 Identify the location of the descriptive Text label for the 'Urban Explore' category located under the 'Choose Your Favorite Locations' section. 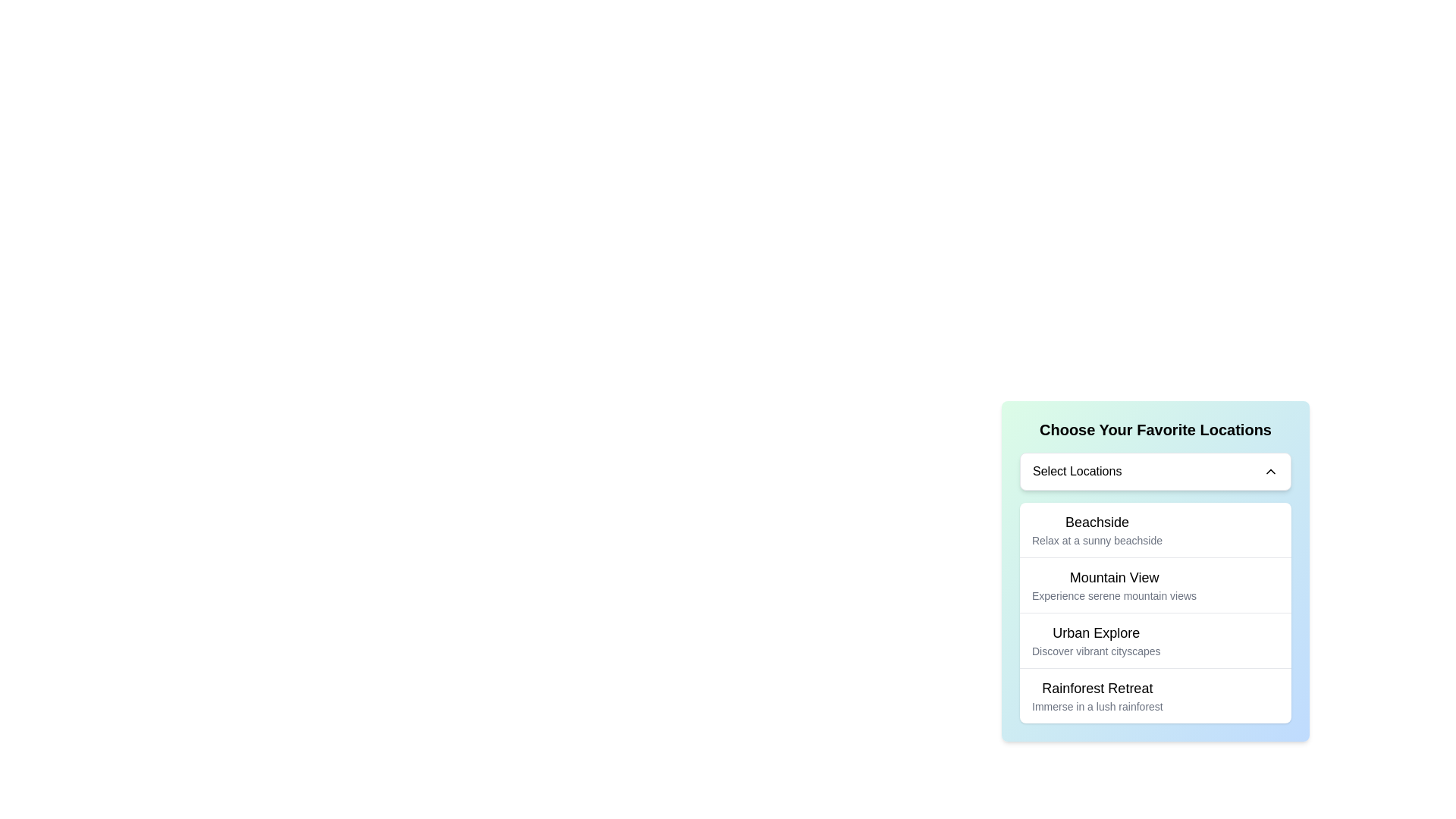
(1096, 651).